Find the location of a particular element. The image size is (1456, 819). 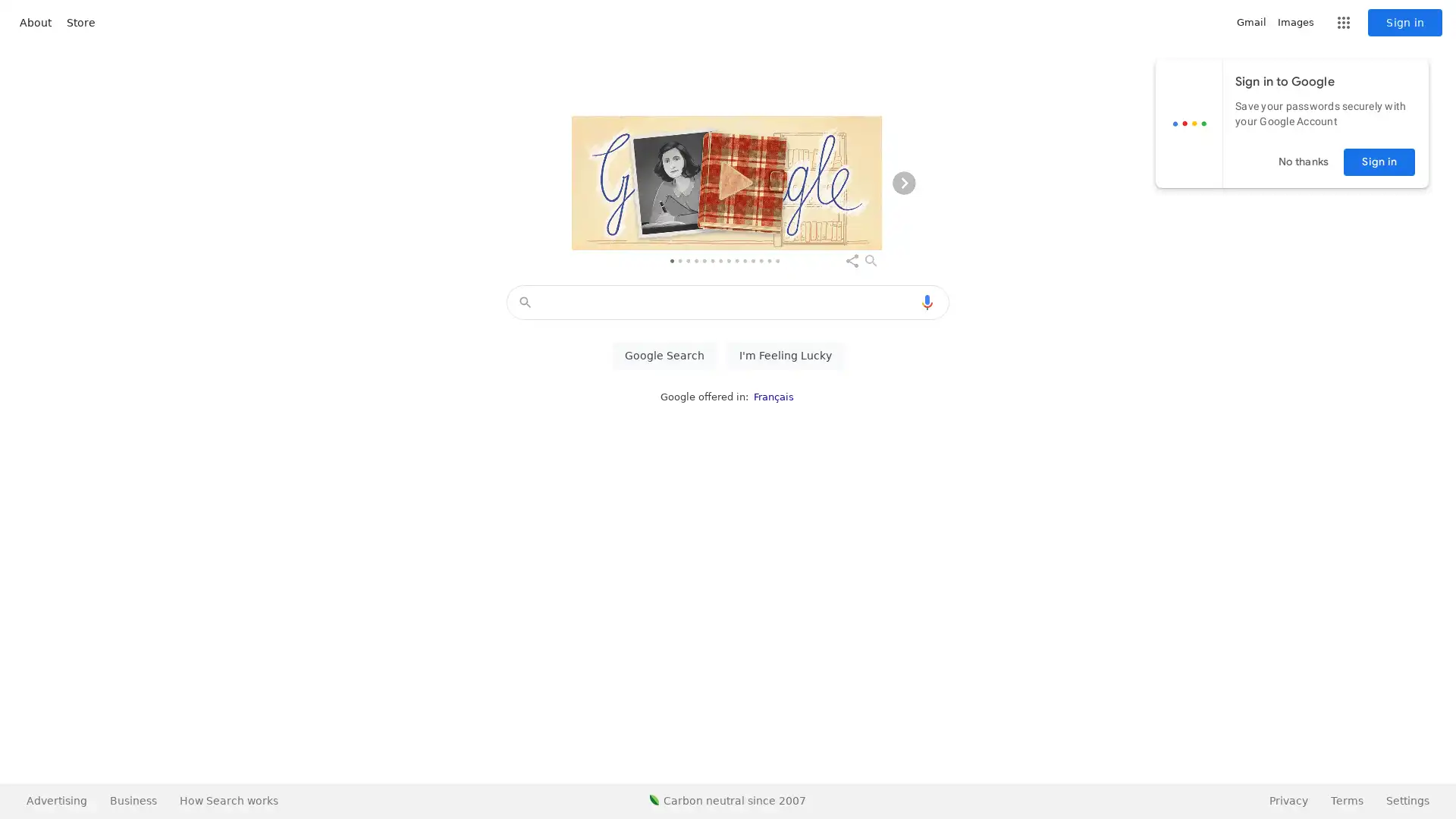

Search by voice is located at coordinates (927, 302).